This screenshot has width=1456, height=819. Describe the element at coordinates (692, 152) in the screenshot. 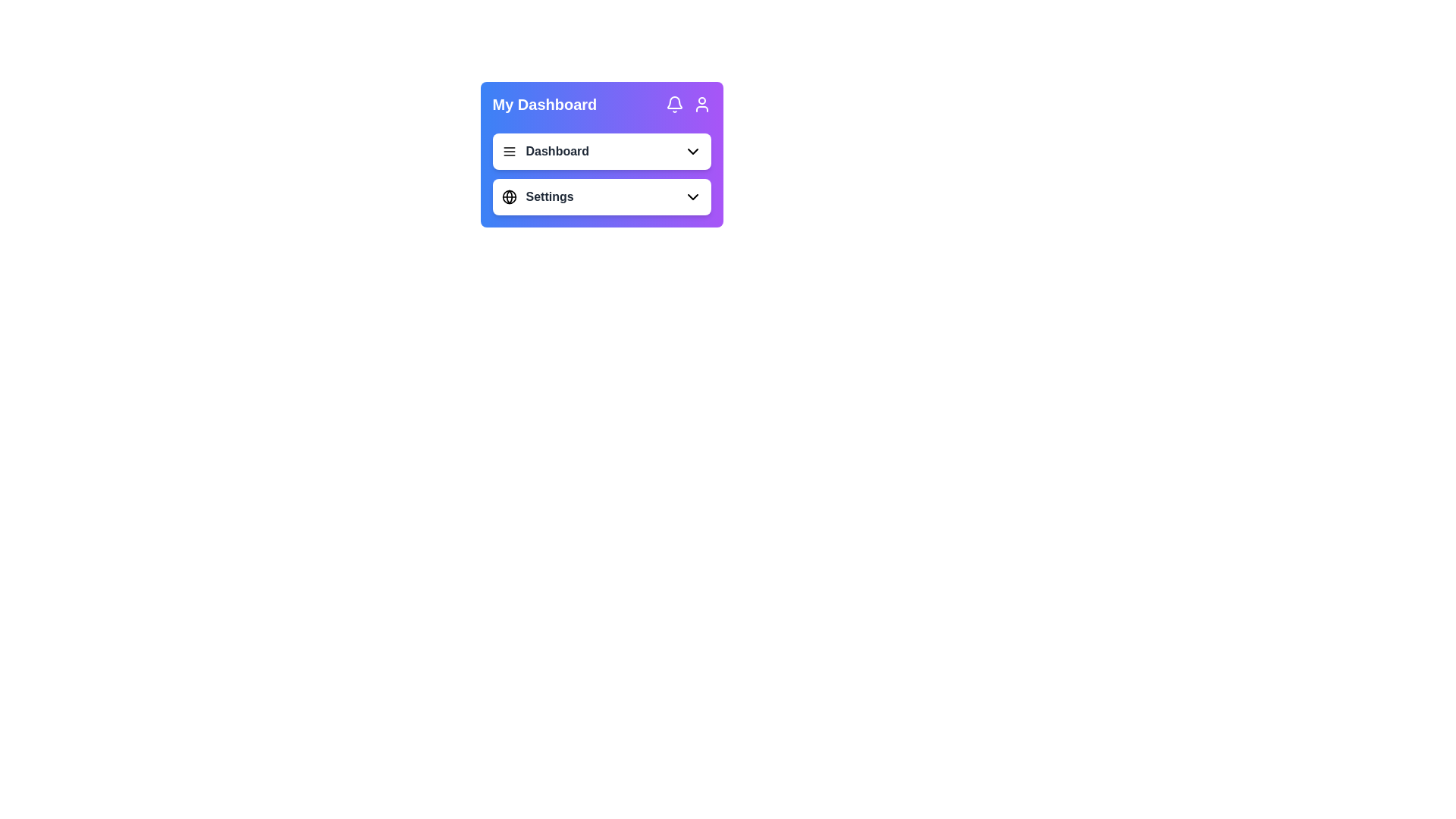

I see `the Dropdown Indicator Icon located to the far right within the 'Dashboard' section` at that location.